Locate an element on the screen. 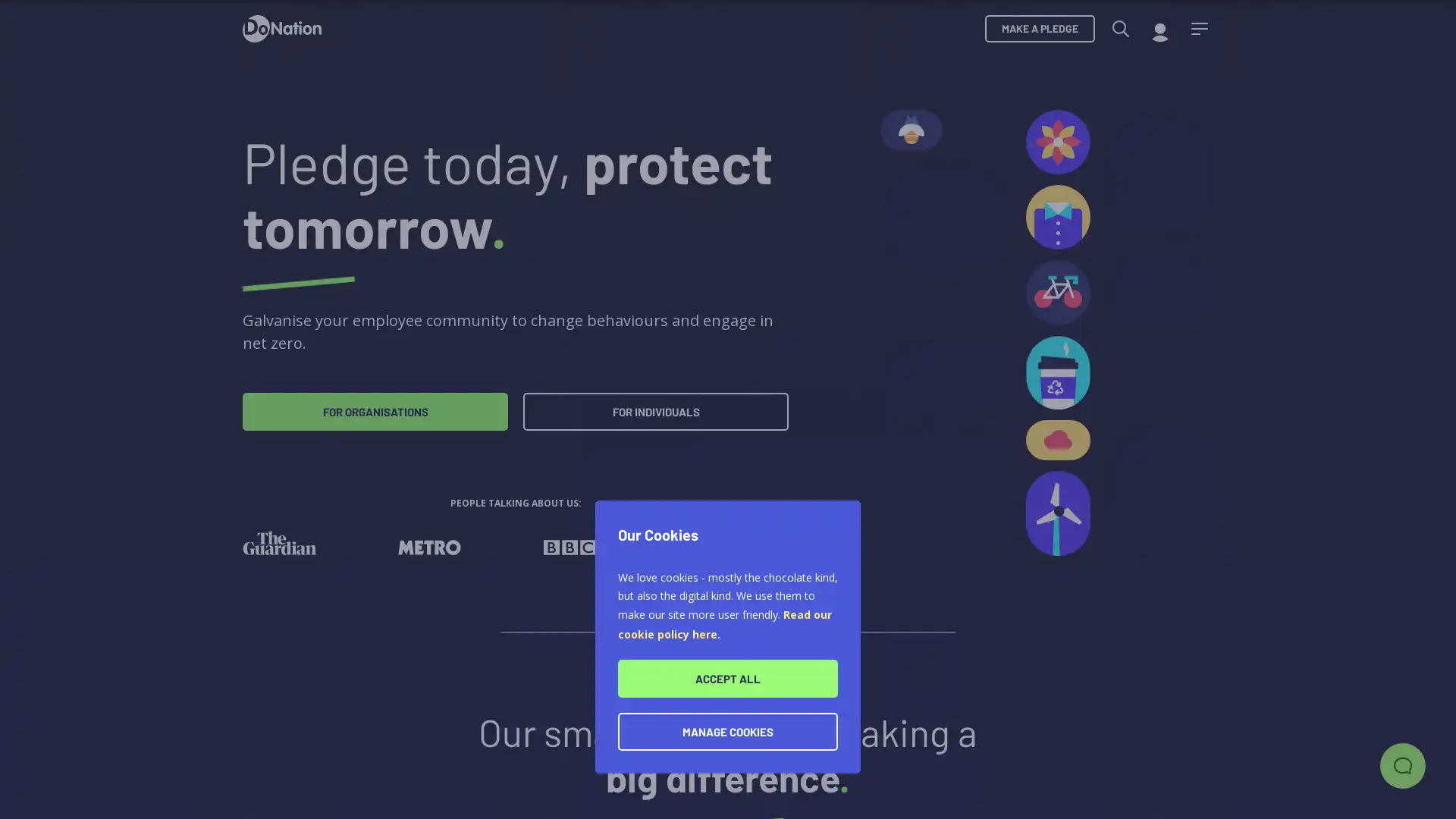 The image size is (1456, 819). Search is located at coordinates (1121, 29).